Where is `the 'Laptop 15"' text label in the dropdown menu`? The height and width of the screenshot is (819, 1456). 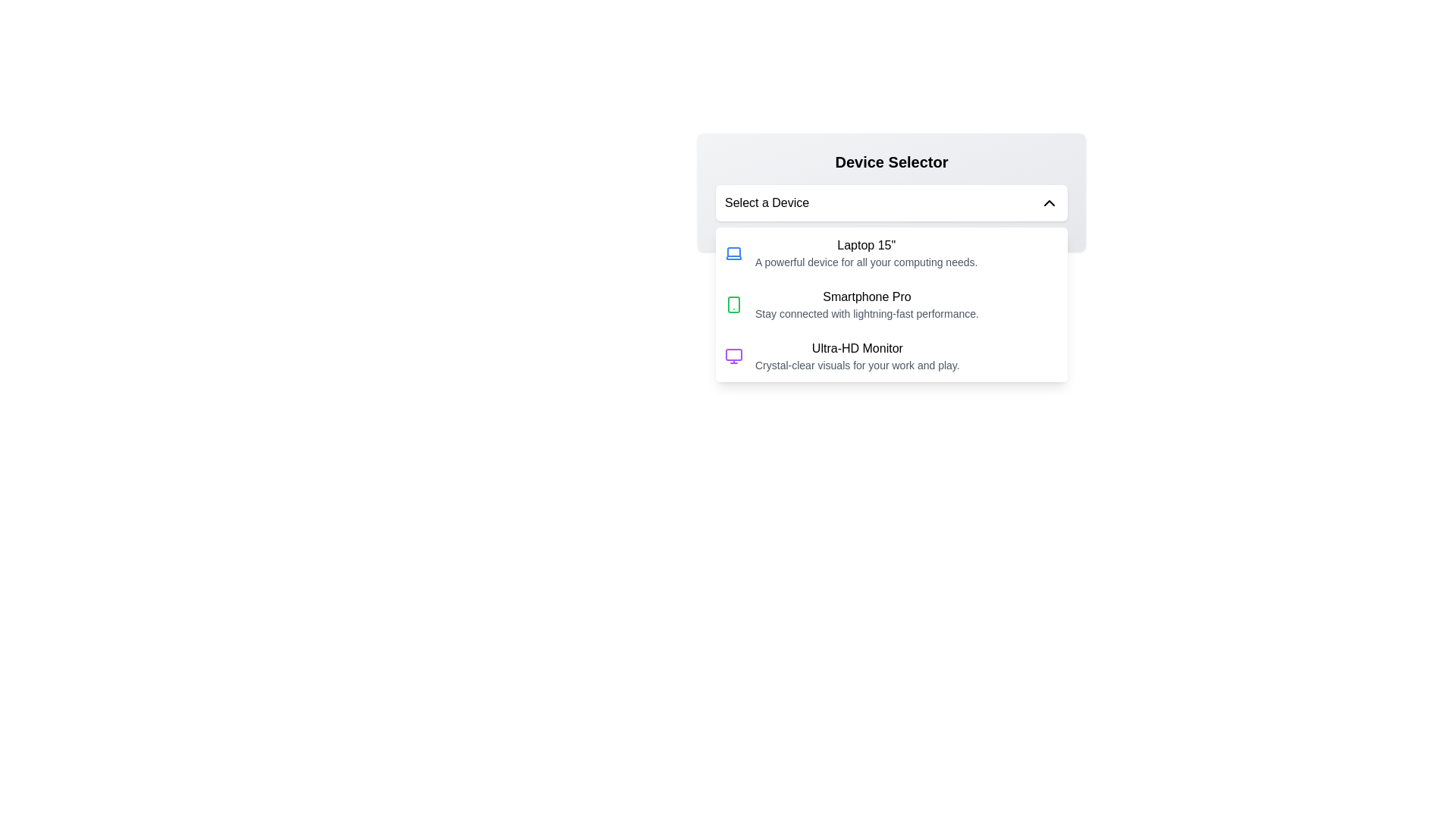 the 'Laptop 15"' text label in the dropdown menu is located at coordinates (866, 245).